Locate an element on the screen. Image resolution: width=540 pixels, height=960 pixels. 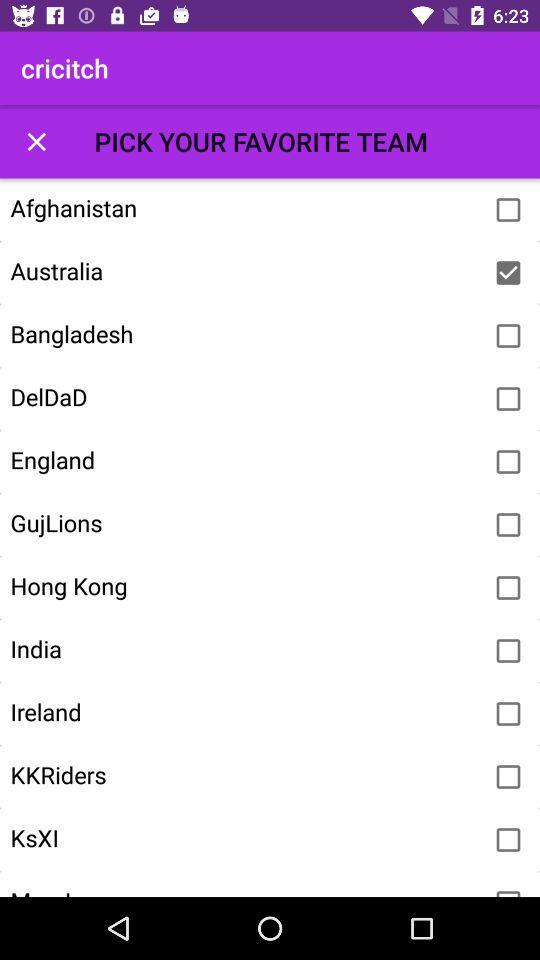
pick ksxi is located at coordinates (508, 840).